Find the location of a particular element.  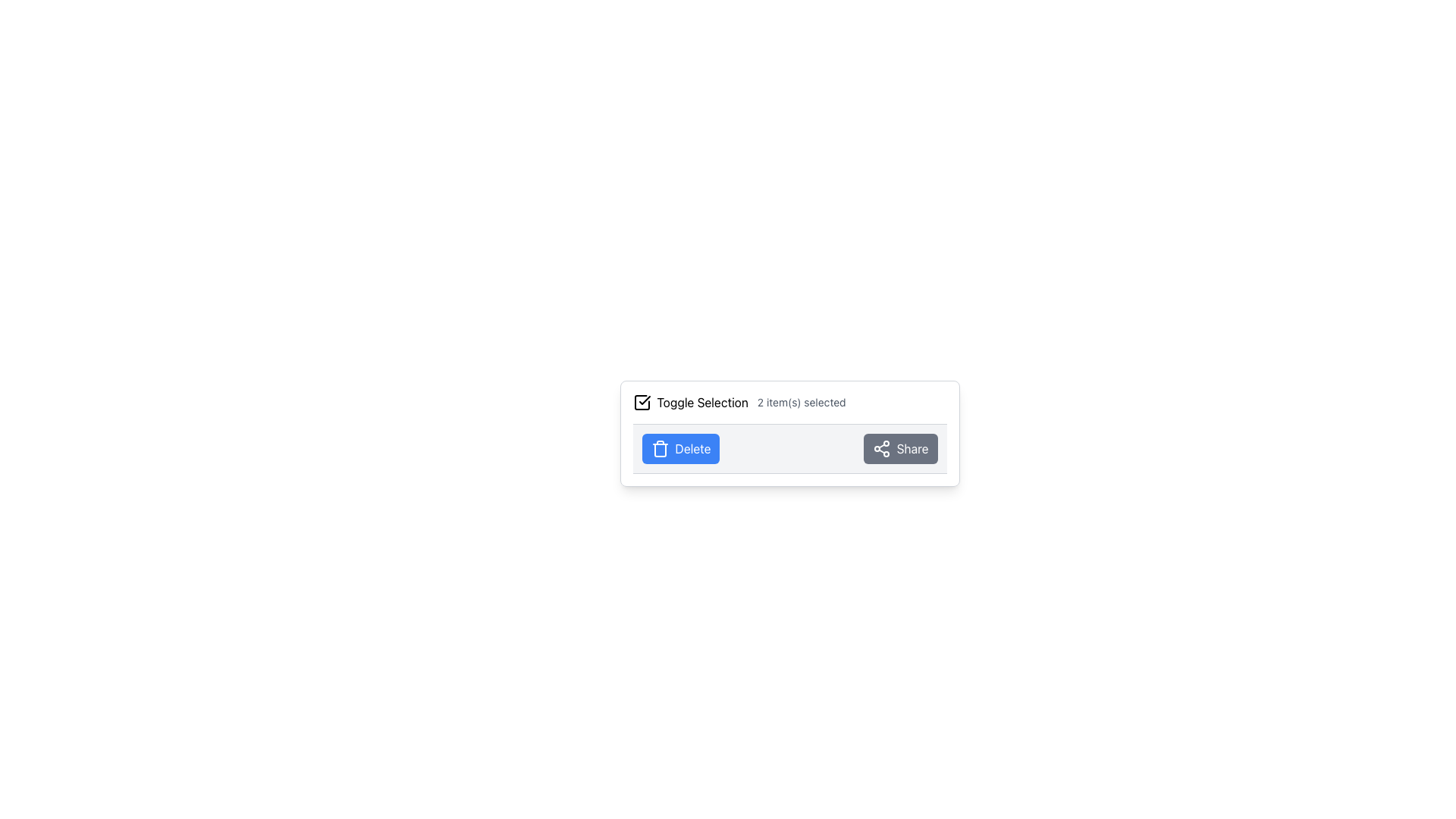

the 'Share' button, which is the second action button in a row, located to the right of the blue 'Delete' button, featuring a graphic icon of three circles connected by lines is located at coordinates (881, 447).